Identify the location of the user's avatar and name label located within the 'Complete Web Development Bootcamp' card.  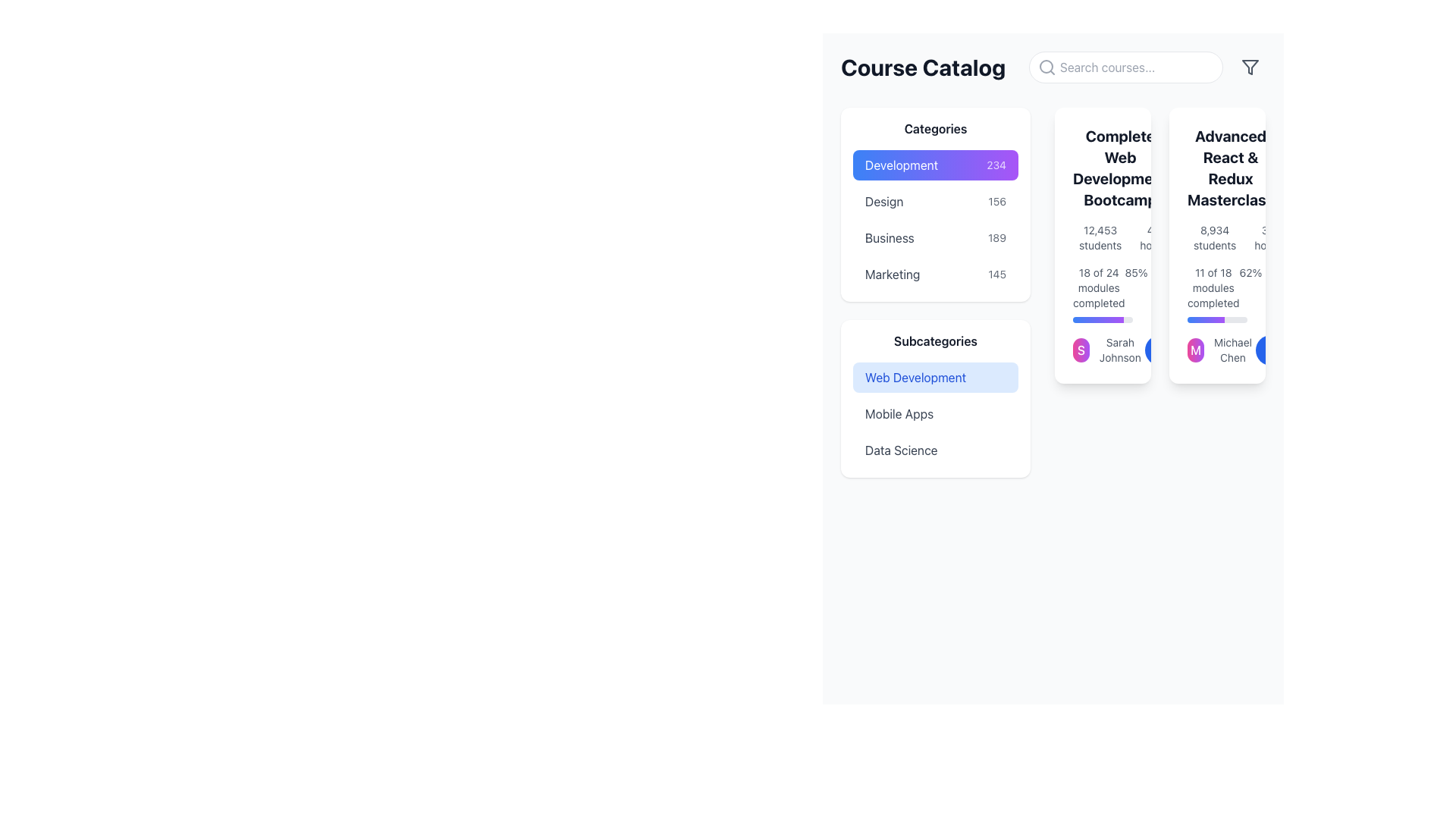
(1109, 350).